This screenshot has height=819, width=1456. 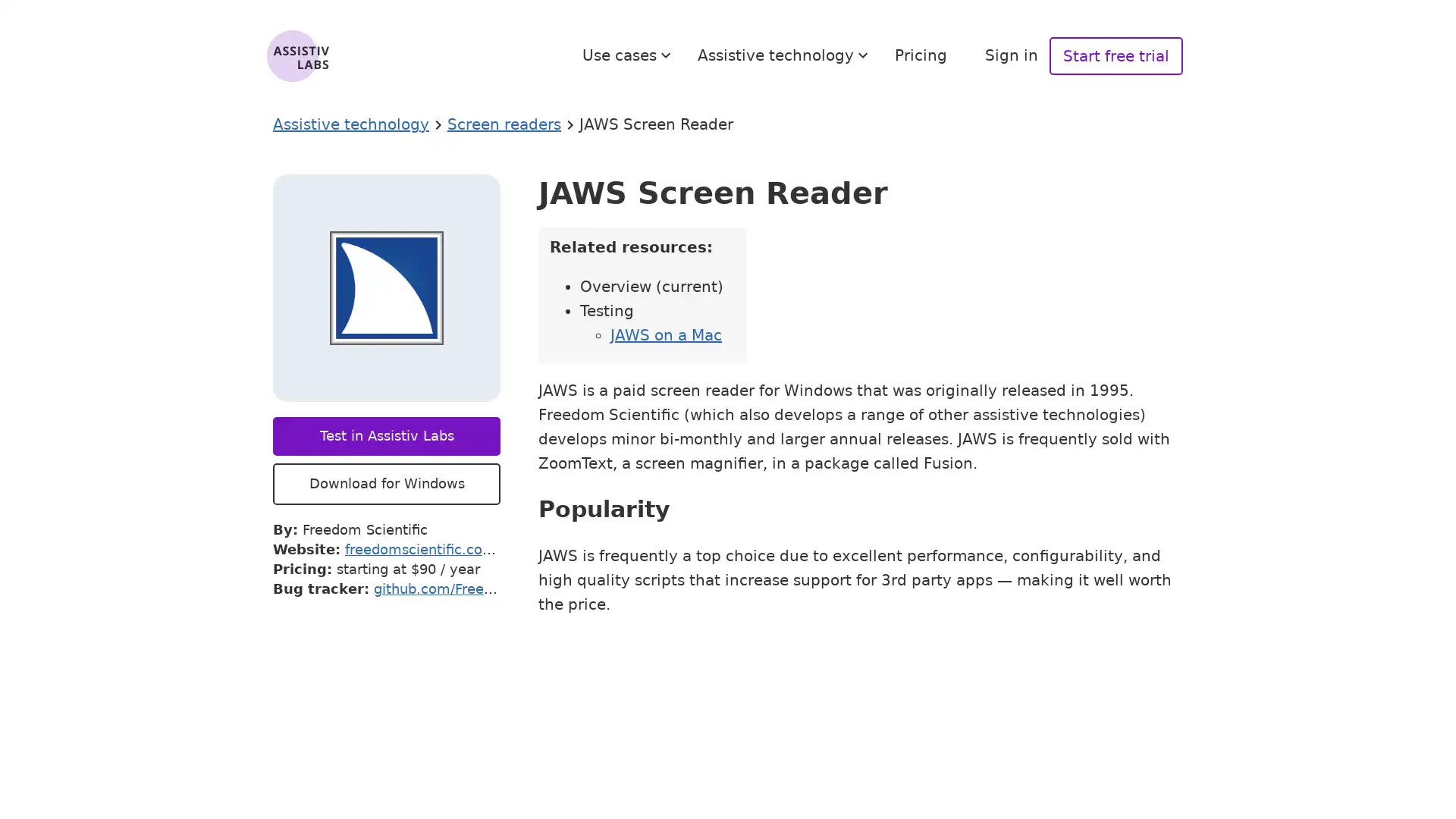 What do you see at coordinates (386, 435) in the screenshot?
I see `Test in Assistiv Labs` at bounding box center [386, 435].